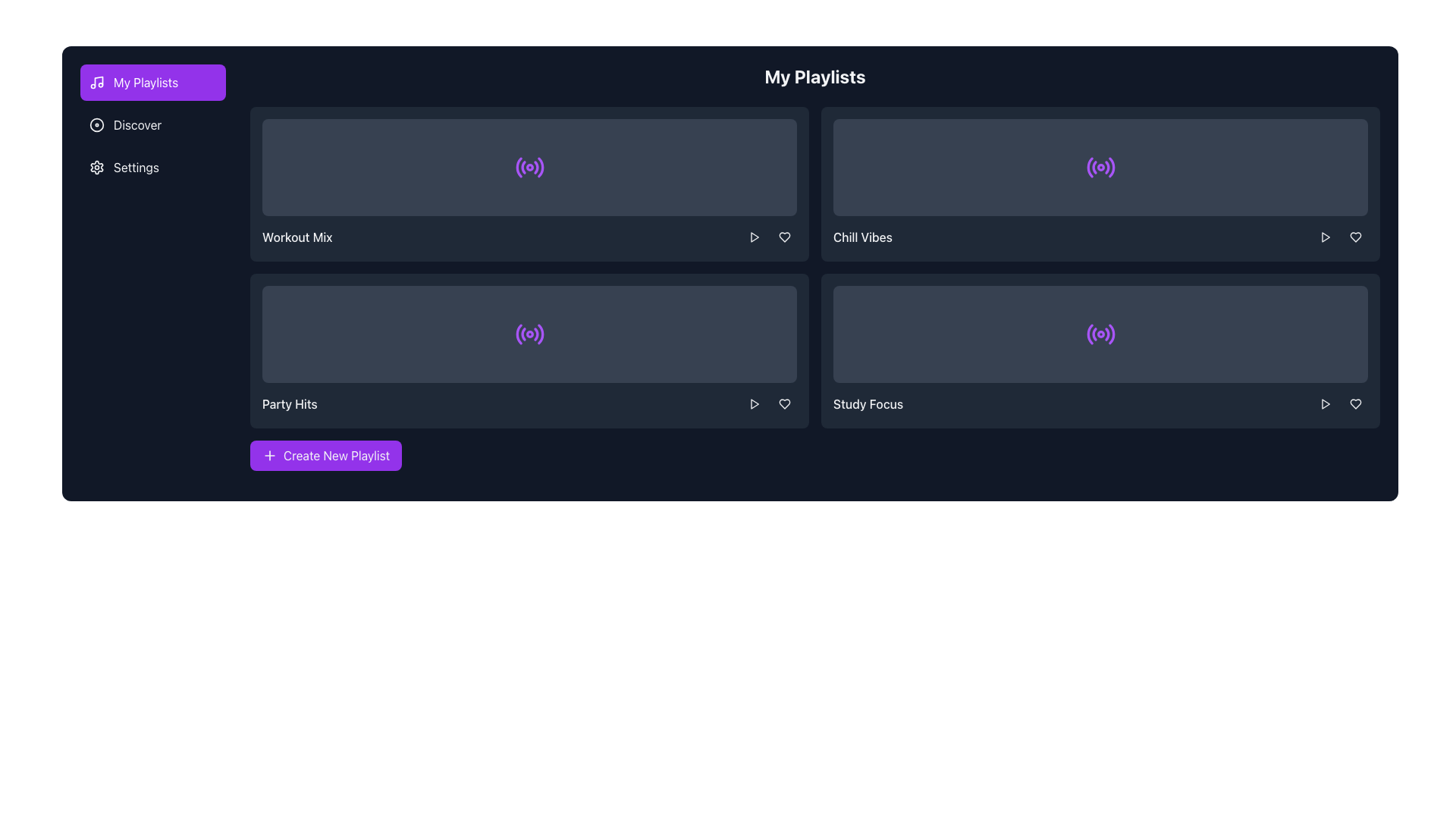 The height and width of the screenshot is (819, 1456). Describe the element at coordinates (785, 403) in the screenshot. I see `the heart-shaped icon button located in the bottom-right corner of the 'Study Focus' tile within the 'My Playlists' section` at that location.